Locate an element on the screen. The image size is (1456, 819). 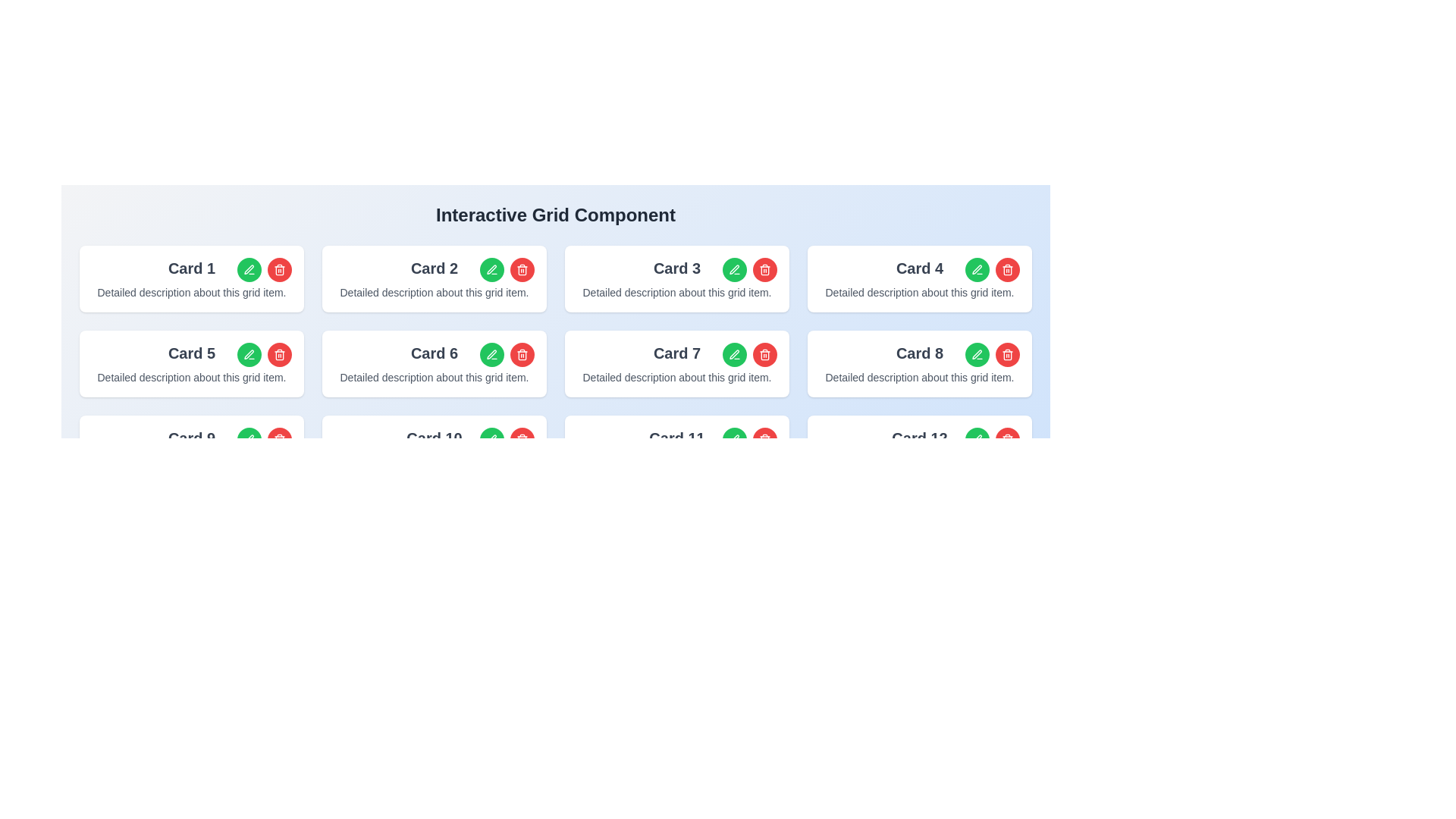
the edit icon within the green circular button associated with Card 1 is located at coordinates (249, 268).